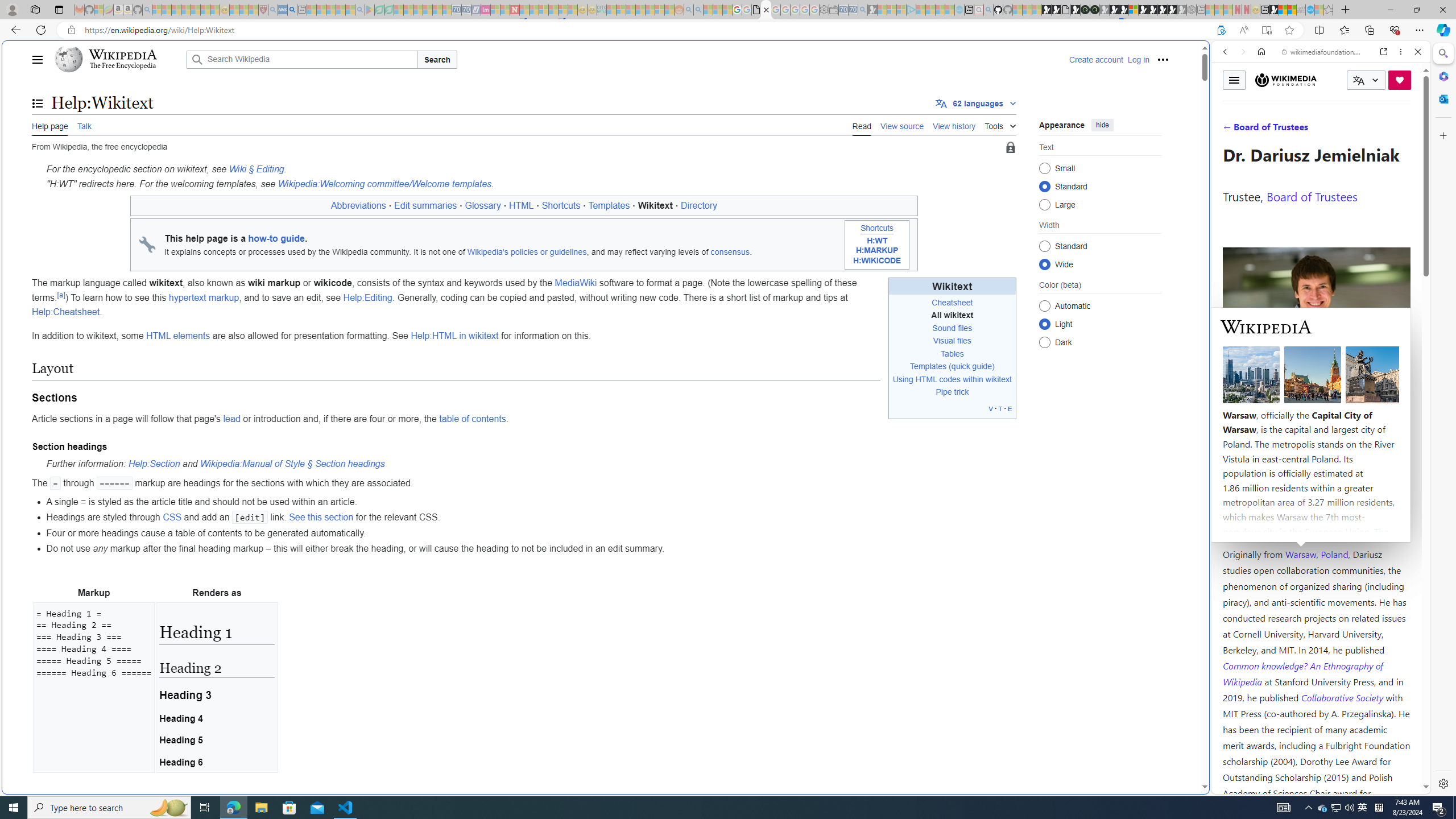  I want to click on 'Read', so click(862, 125).